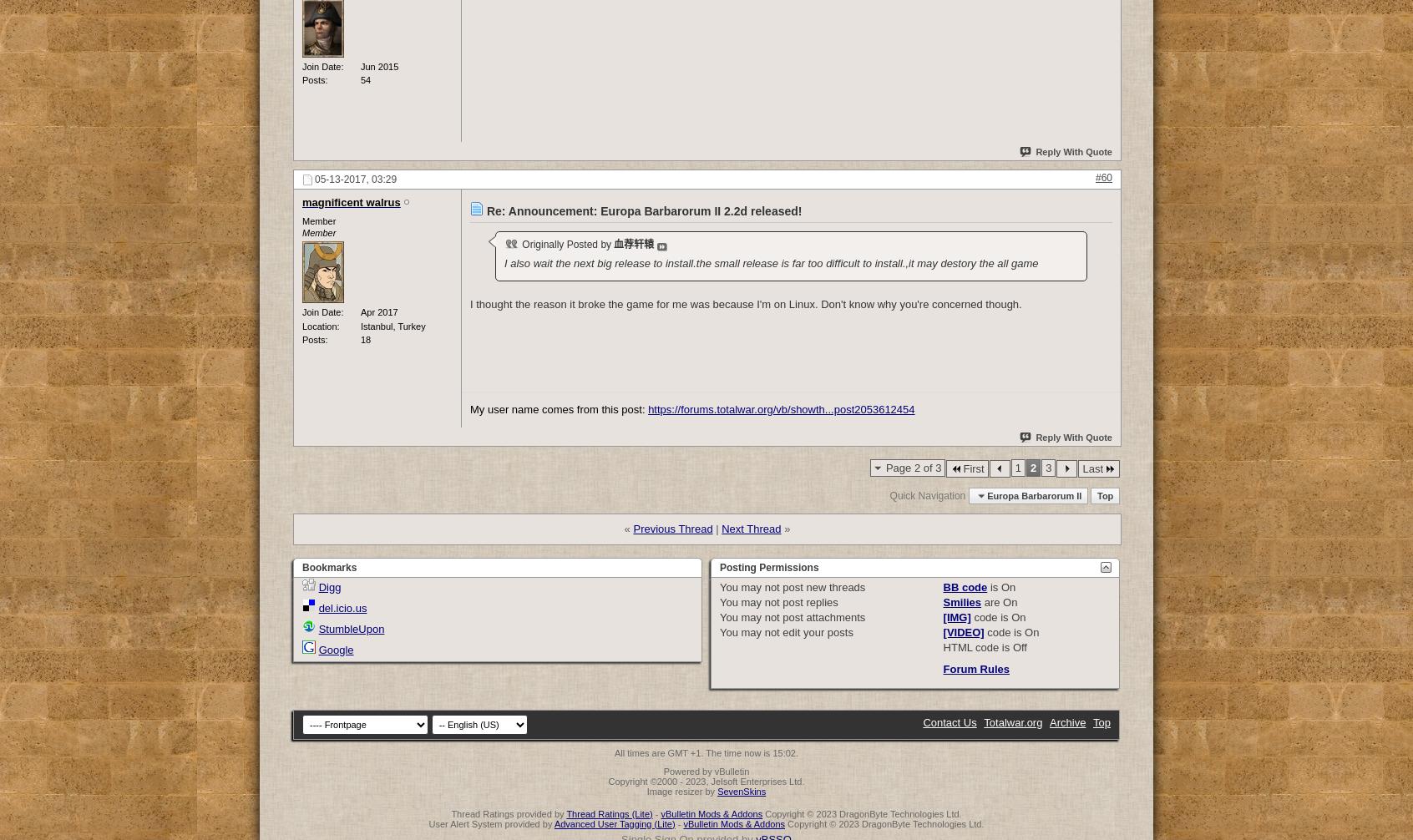 Image resolution: width=1413 pixels, height=840 pixels. What do you see at coordinates (815, 630) in the screenshot?
I see `'edit your posts'` at bounding box center [815, 630].